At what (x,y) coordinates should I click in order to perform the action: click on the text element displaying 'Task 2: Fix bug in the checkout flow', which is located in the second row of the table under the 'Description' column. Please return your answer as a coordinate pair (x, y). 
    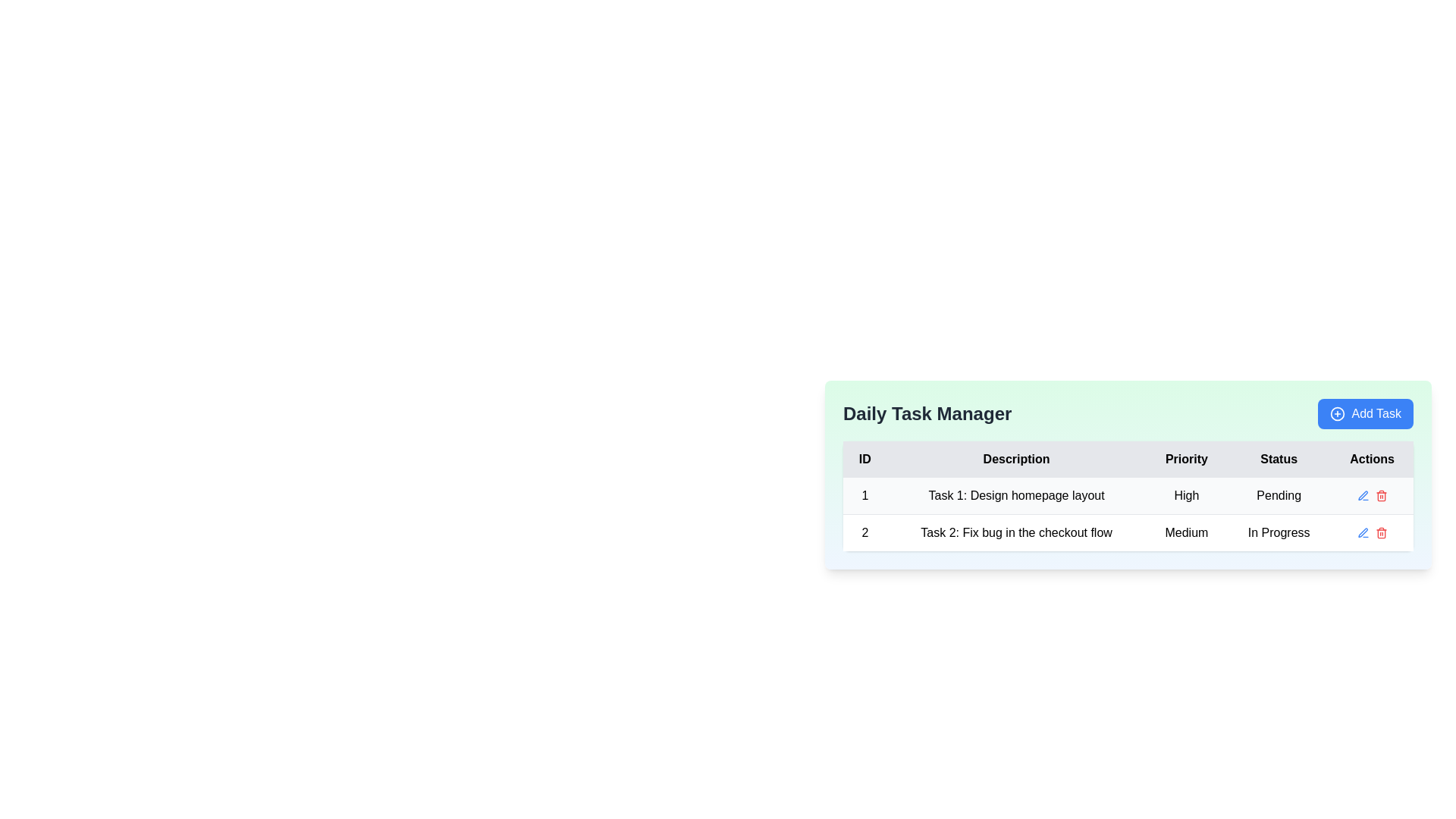
    Looking at the image, I should click on (1016, 532).